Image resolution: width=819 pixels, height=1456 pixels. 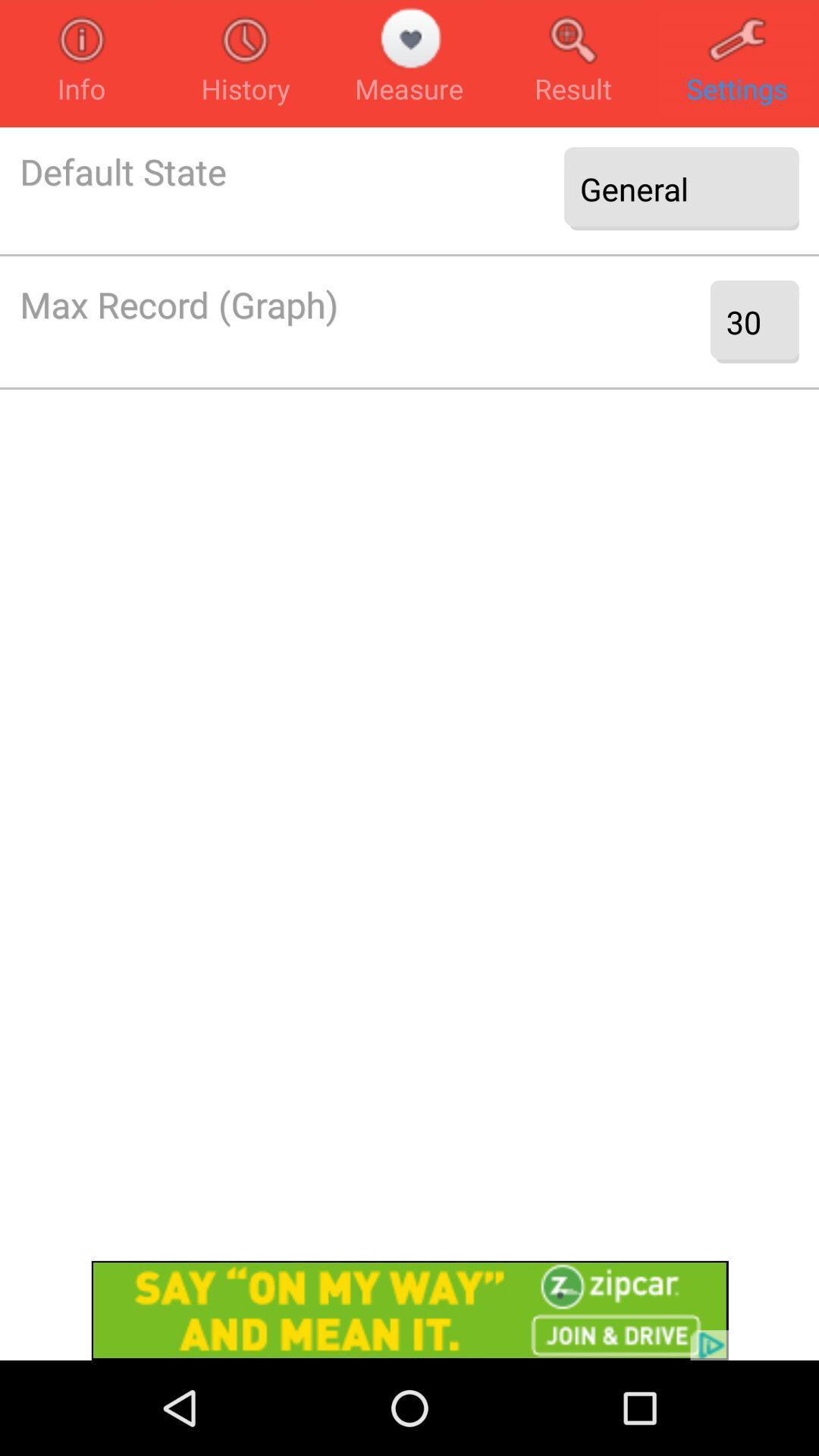 What do you see at coordinates (409, 1310) in the screenshot?
I see `advertisement page` at bounding box center [409, 1310].